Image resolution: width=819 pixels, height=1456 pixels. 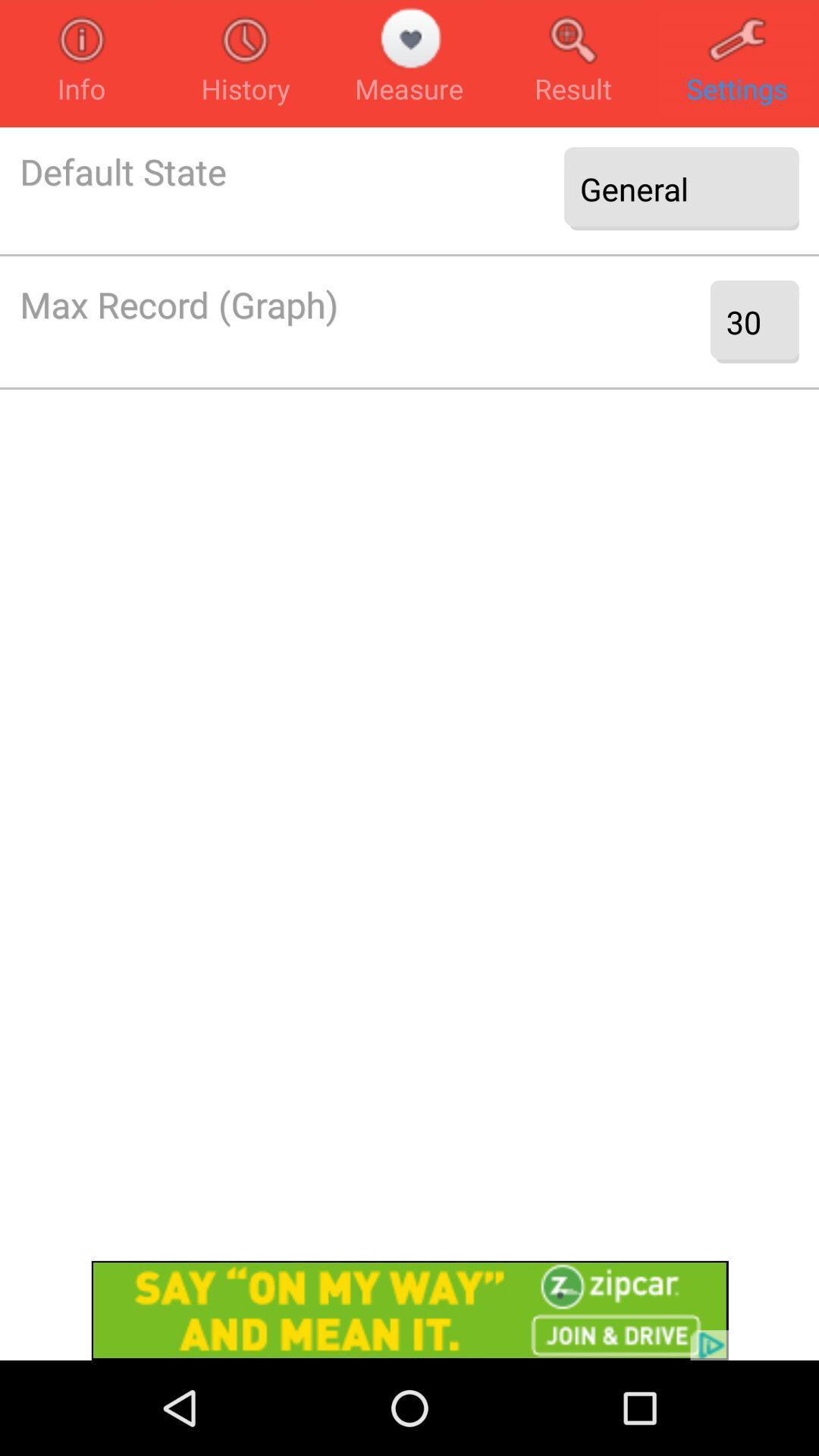 What do you see at coordinates (409, 1310) in the screenshot?
I see `advertisement page` at bounding box center [409, 1310].